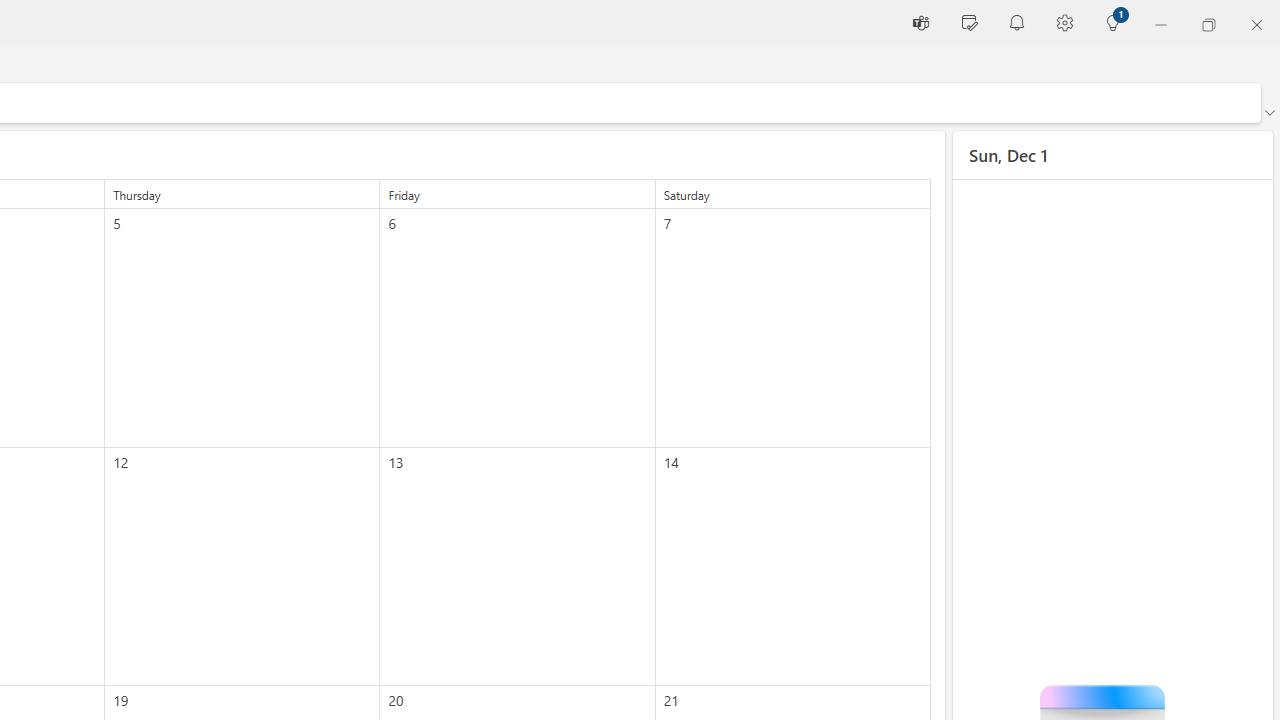 The width and height of the screenshot is (1280, 720). I want to click on 'Ribbon display options', so click(1268, 113).